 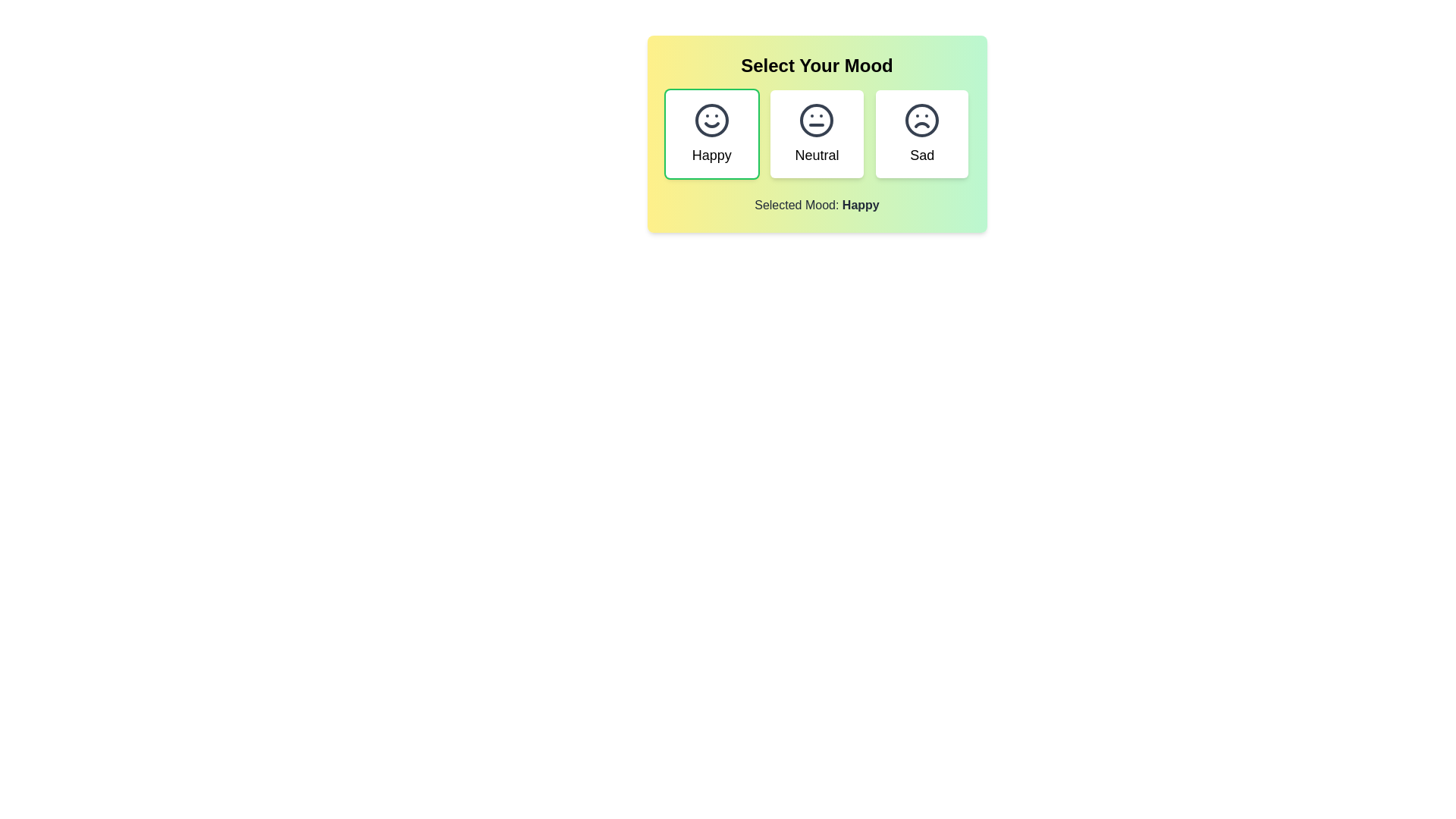 I want to click on the curved line forming the mouth of the smiley face in the 'Happy' emoji icon, so click(x=711, y=124).